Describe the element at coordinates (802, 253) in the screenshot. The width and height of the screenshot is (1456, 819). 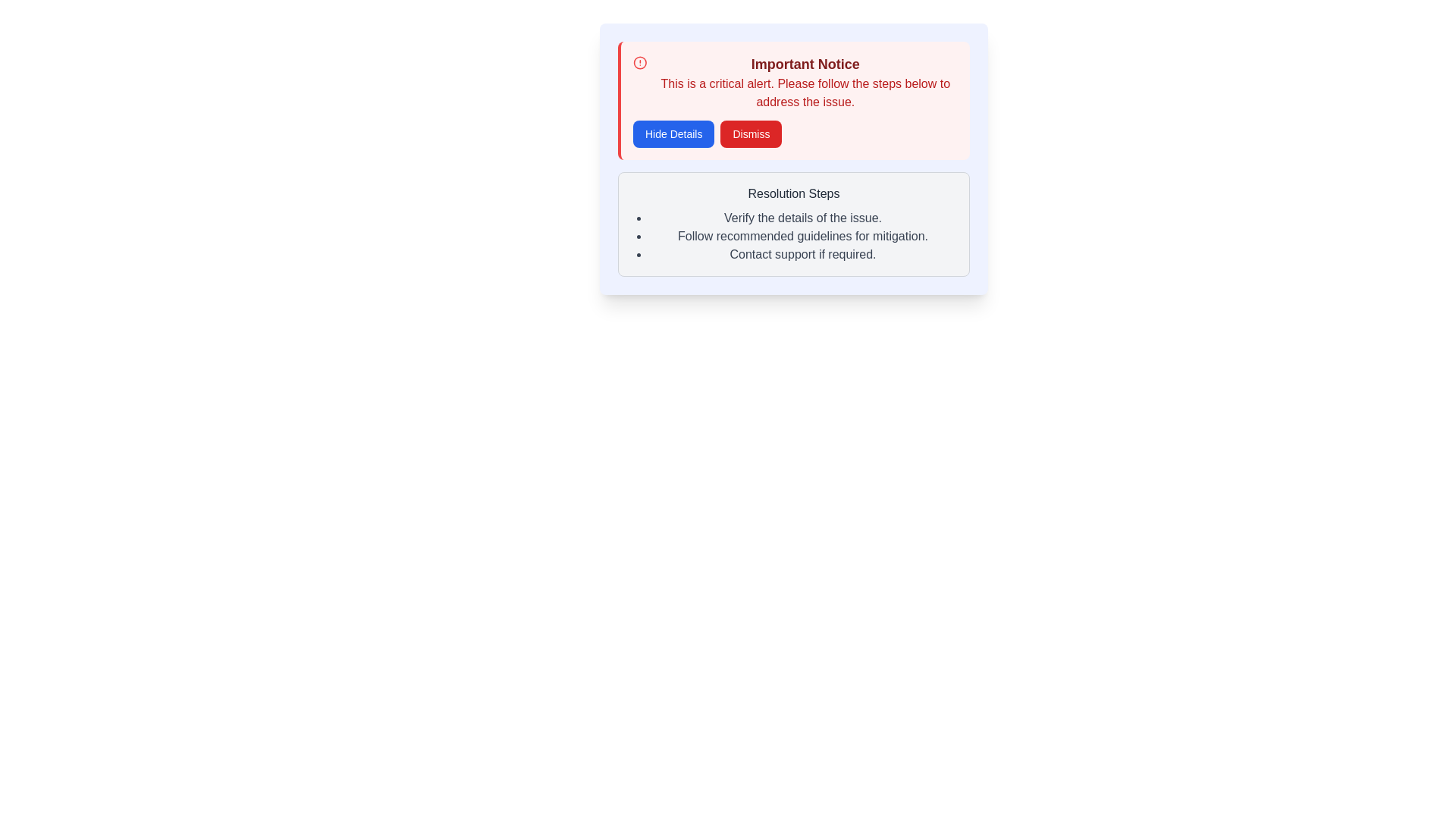
I see `information from the Text Label stating 'Contact support if required.' which is the third item in the bulleted list under the 'Resolution Steps' section` at that location.